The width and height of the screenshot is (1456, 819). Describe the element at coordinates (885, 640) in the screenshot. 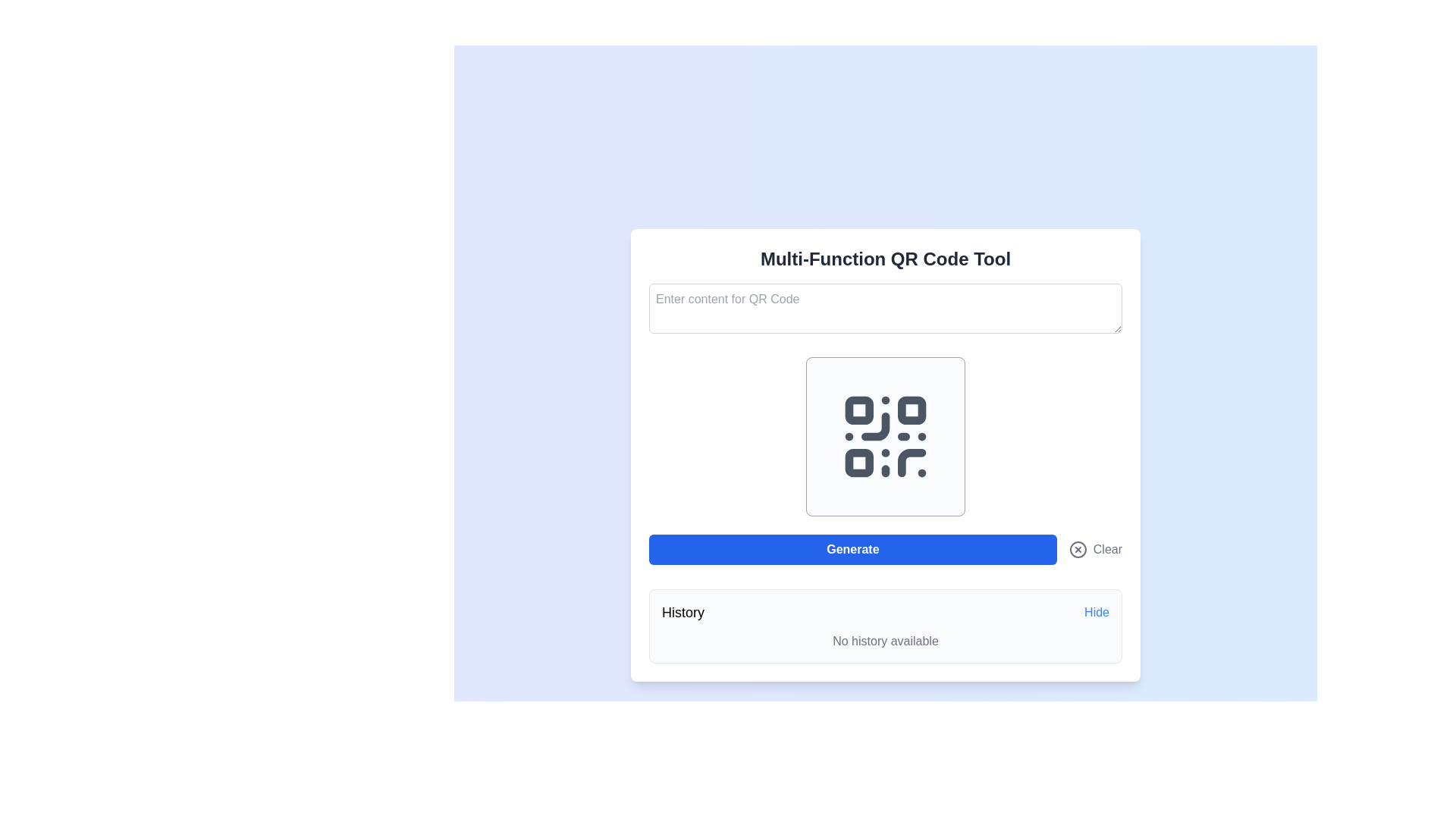

I see `the static text that reads 'No history available.' which is displayed in gray on a light gray background, positioned below the 'History' section and the 'Hide' clickable text` at that location.